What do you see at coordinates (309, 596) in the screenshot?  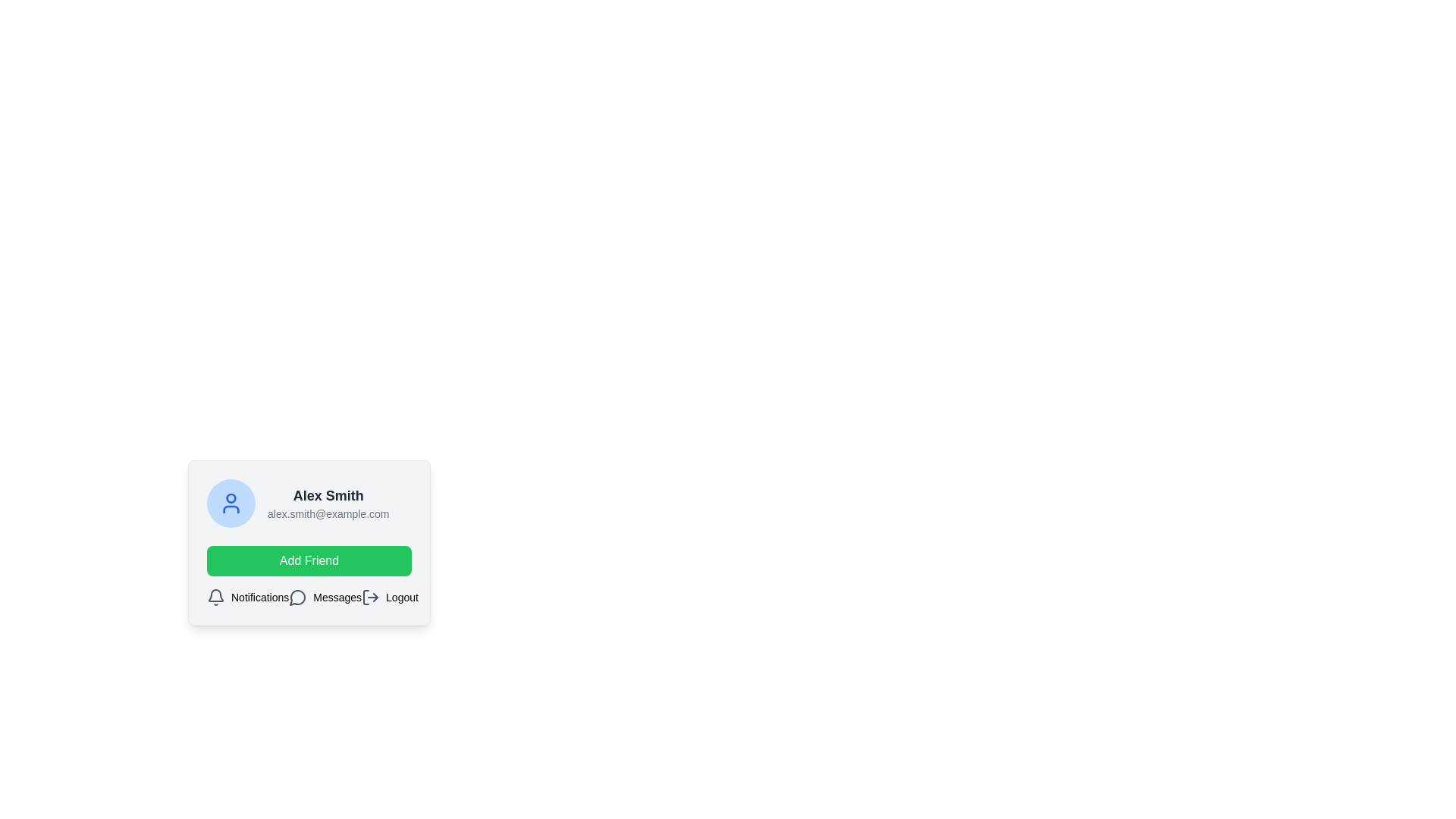 I see `the 'Messages' option in the horizontal navigation bar located at the bottom of the card` at bounding box center [309, 596].